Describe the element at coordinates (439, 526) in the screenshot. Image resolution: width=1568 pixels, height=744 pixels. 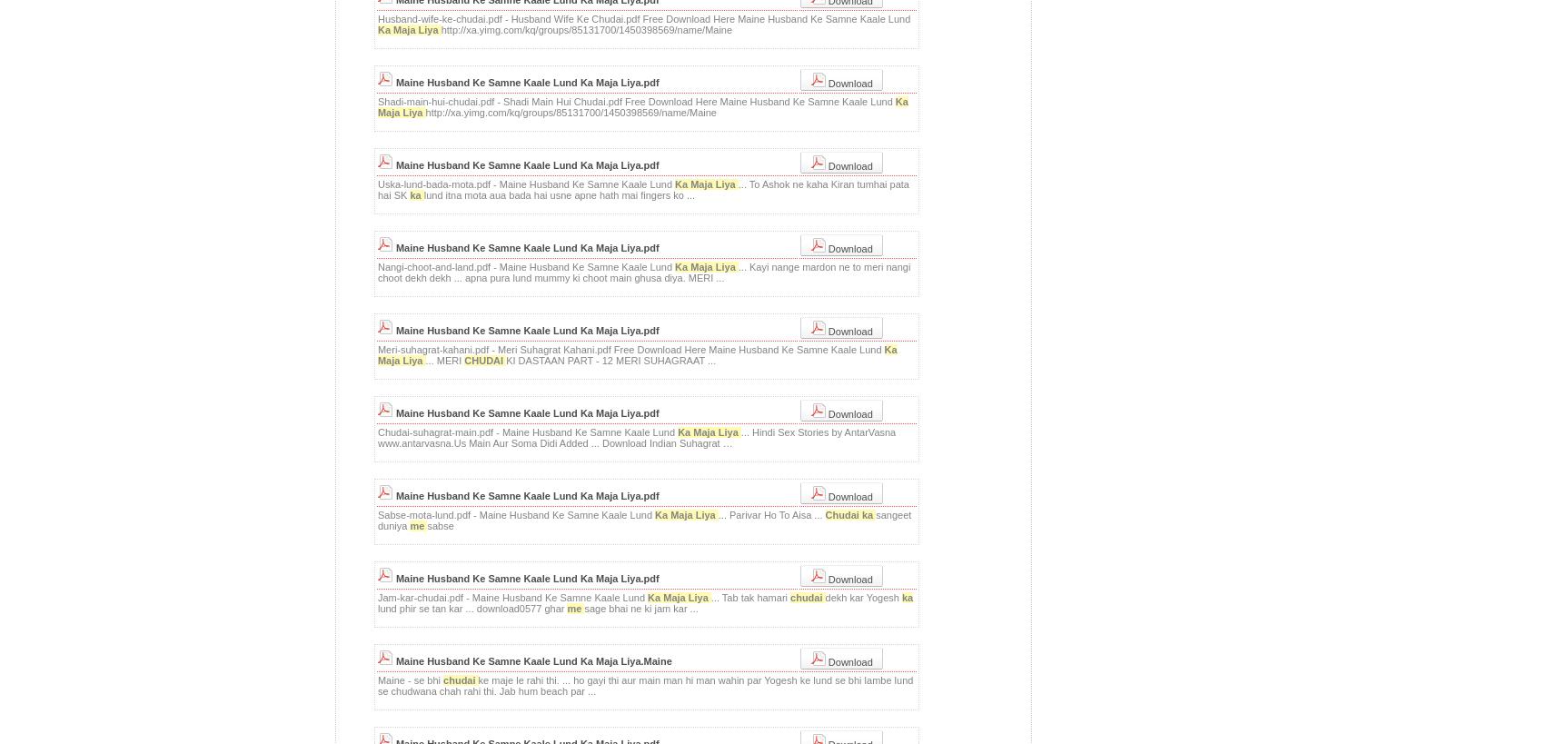
I see `'sabse'` at that location.